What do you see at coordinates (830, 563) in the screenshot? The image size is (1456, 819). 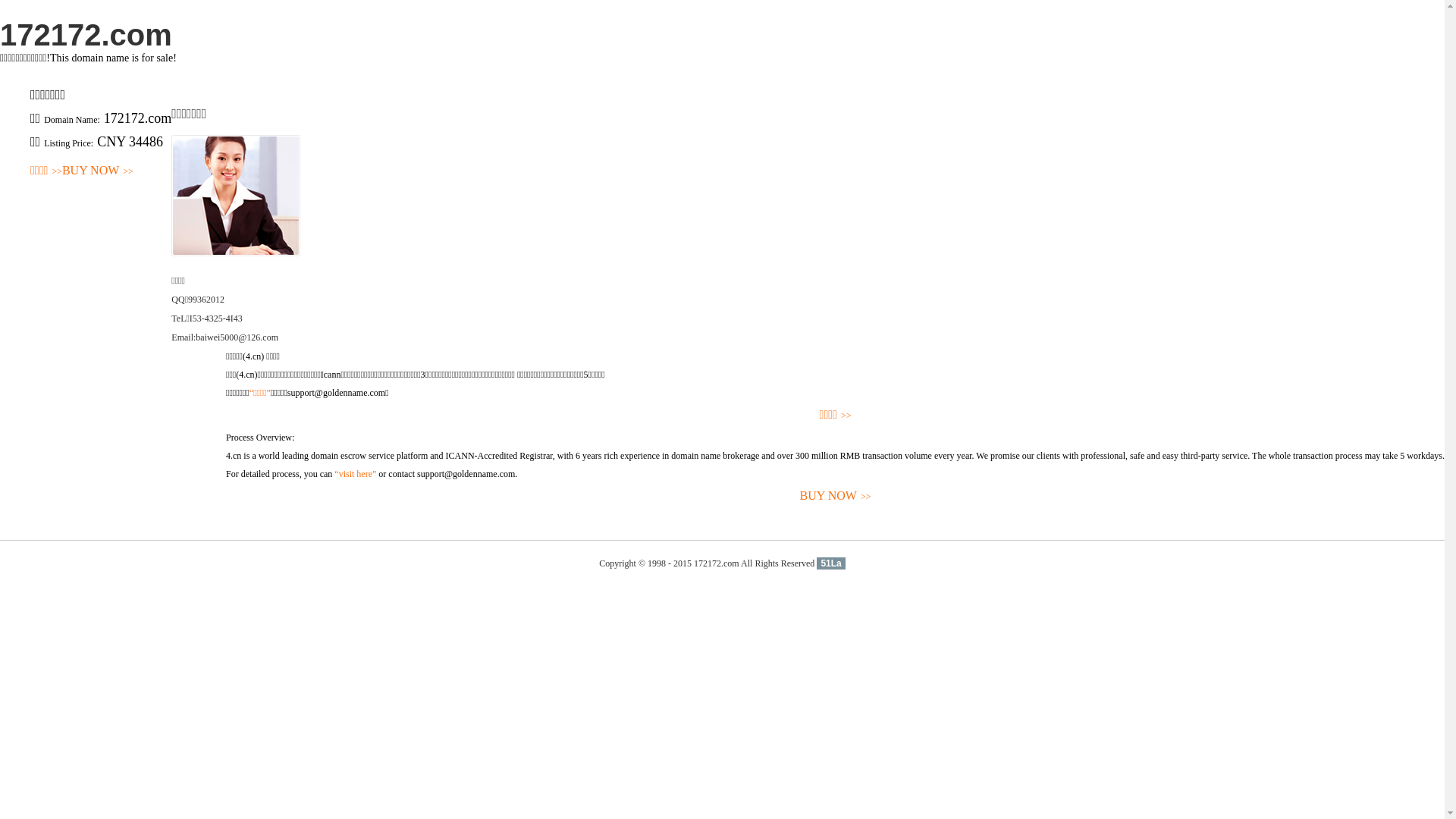 I see `'51La'` at bounding box center [830, 563].